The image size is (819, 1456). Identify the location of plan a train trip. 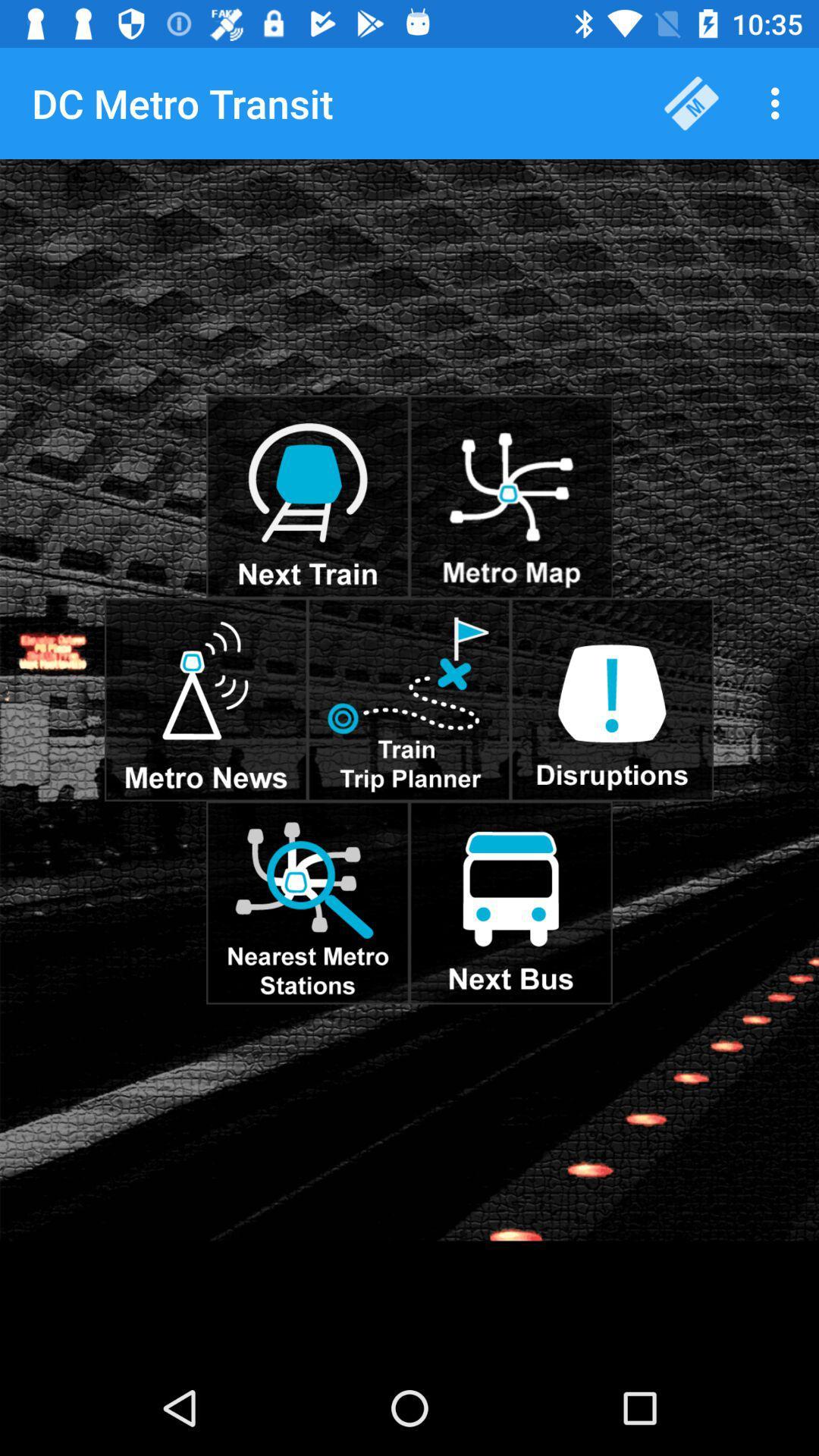
(408, 698).